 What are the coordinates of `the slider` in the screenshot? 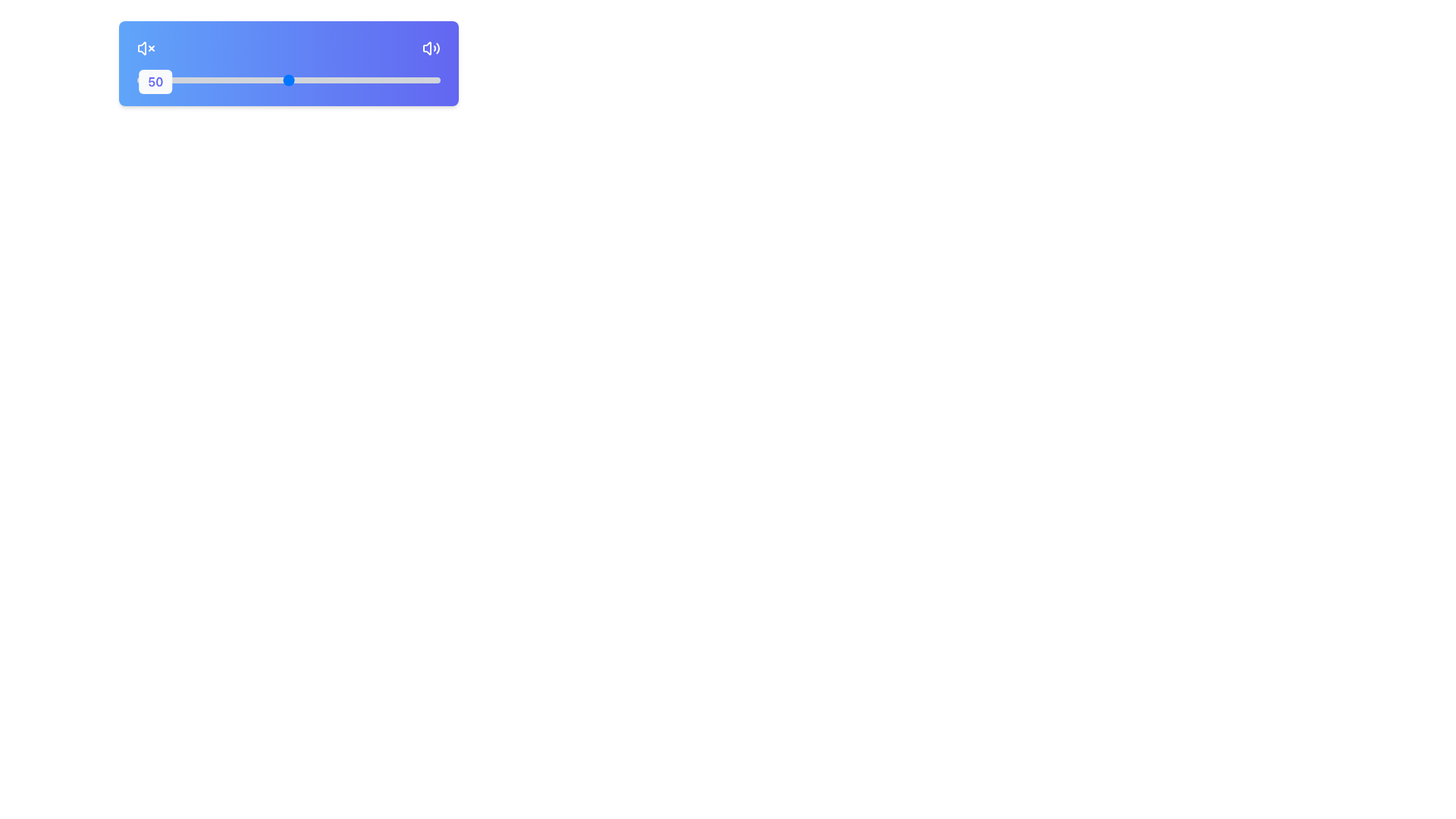 It's located at (433, 80).